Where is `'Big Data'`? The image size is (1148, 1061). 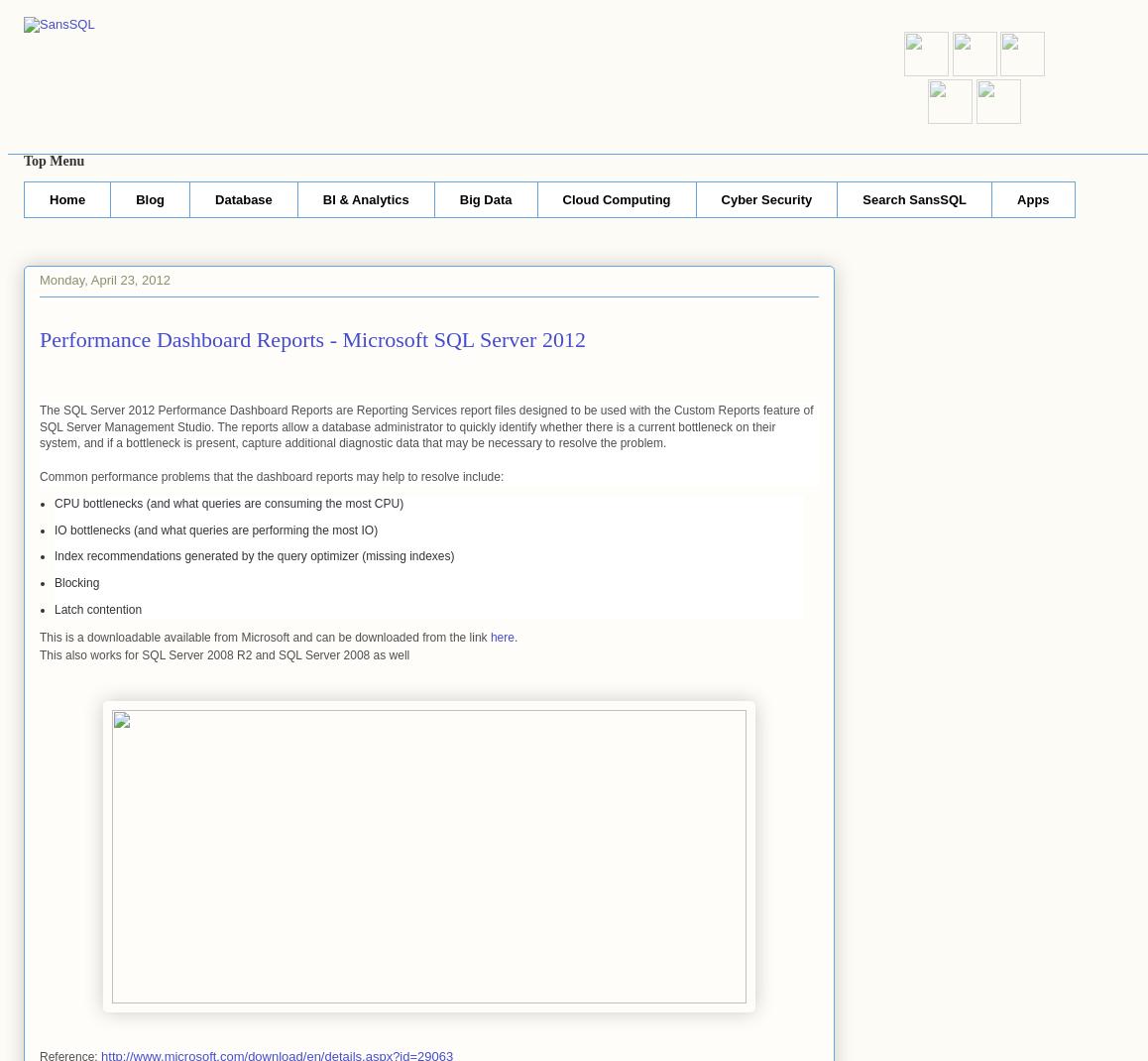
'Big Data' is located at coordinates (484, 197).